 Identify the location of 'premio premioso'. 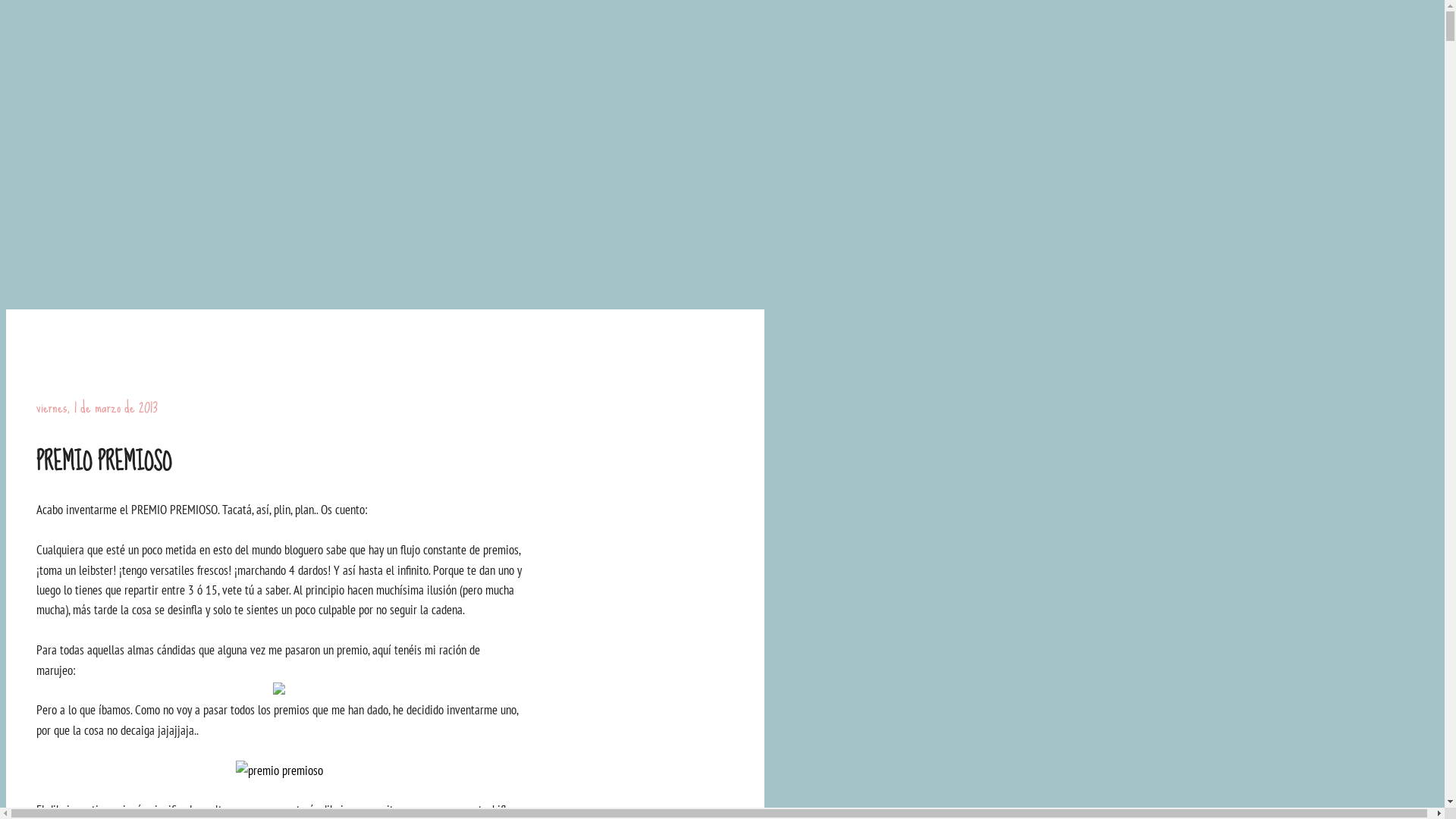
(278, 769).